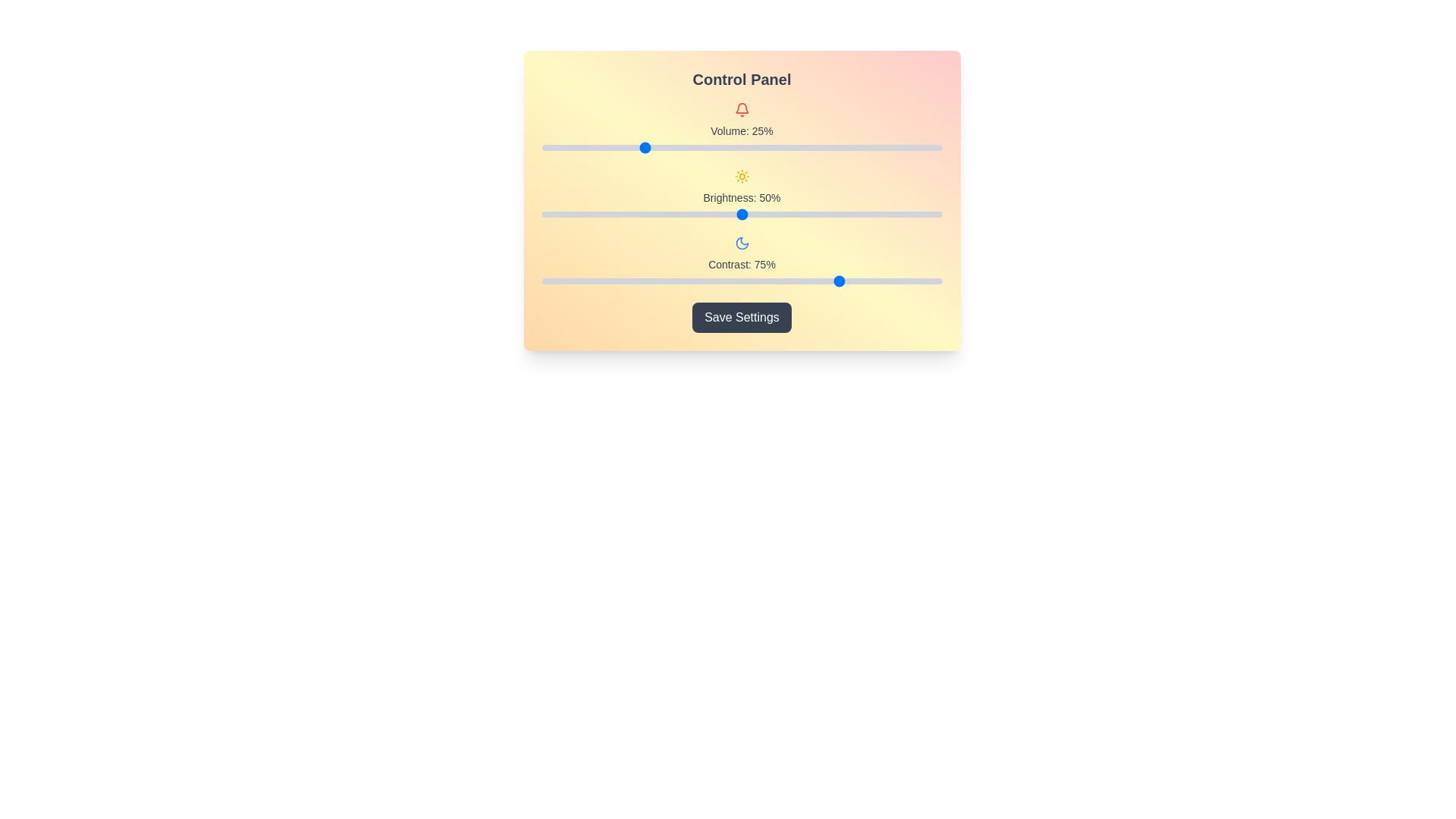 The height and width of the screenshot is (819, 1456). Describe the element at coordinates (610, 281) in the screenshot. I see `contrast` at that location.